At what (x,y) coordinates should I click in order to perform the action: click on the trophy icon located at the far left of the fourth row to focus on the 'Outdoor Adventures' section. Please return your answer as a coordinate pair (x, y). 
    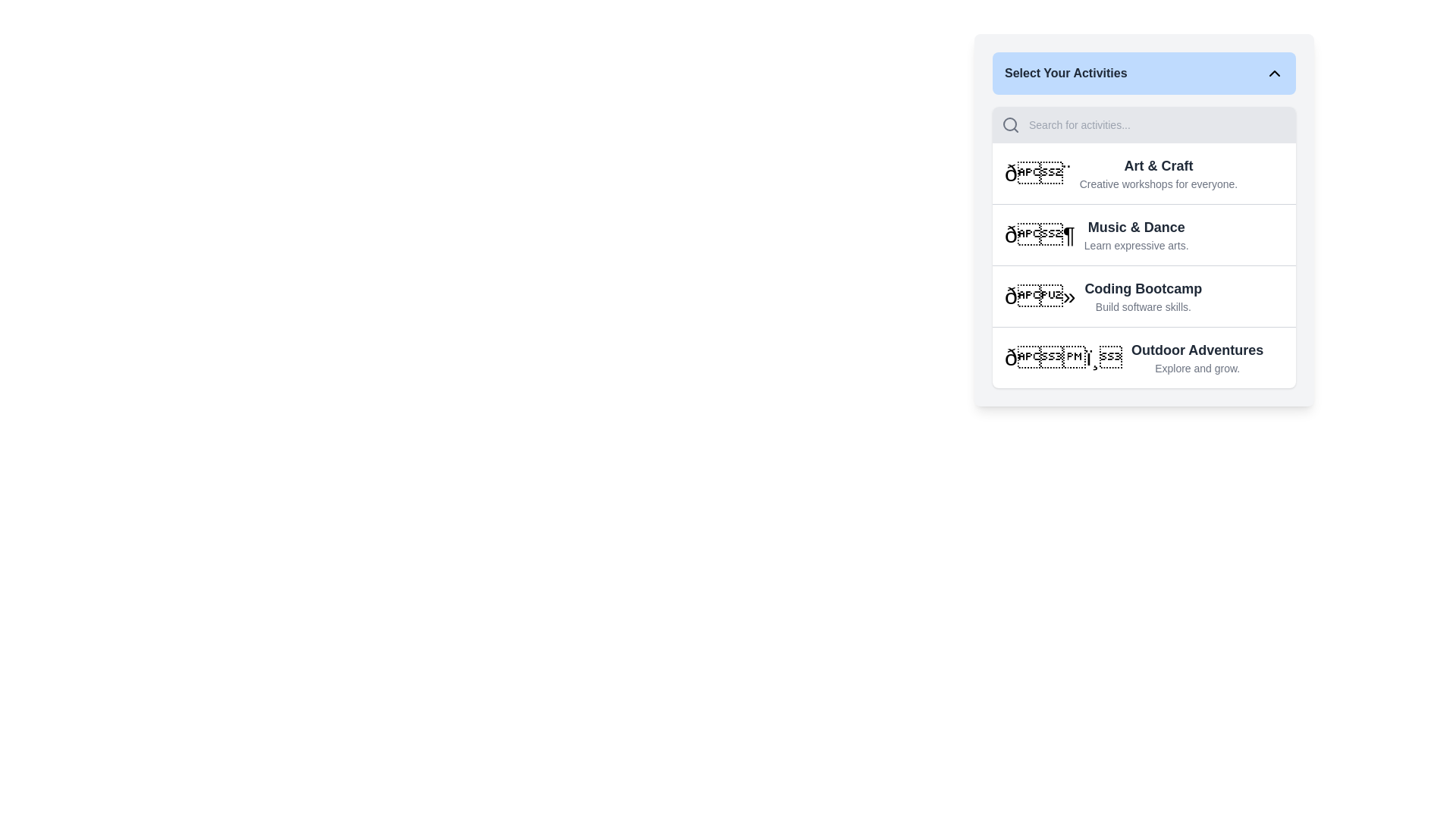
    Looking at the image, I should click on (1062, 357).